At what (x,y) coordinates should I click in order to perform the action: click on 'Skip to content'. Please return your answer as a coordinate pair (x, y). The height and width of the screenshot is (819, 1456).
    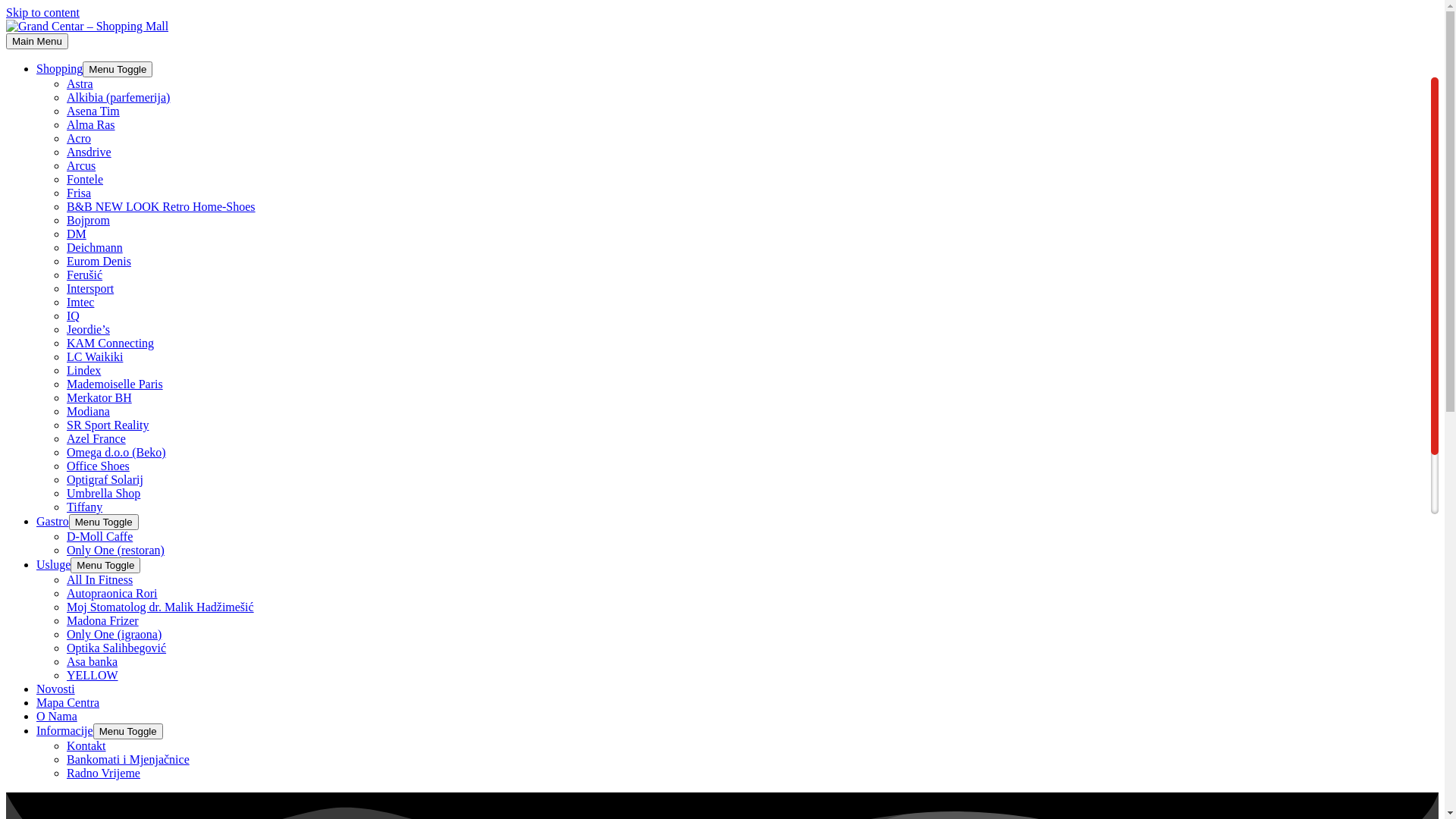
    Looking at the image, I should click on (42, 12).